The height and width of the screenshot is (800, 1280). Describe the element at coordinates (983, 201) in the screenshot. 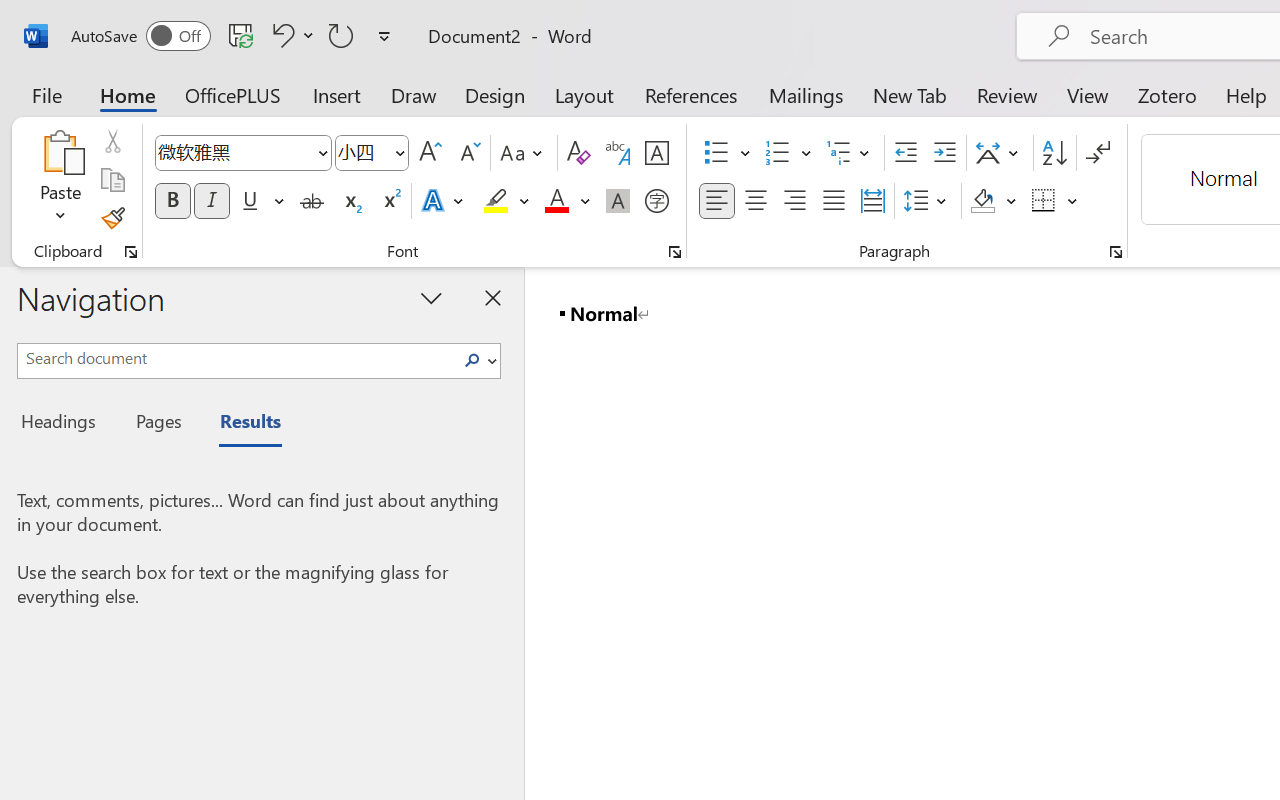

I see `'Shading RGB(0, 0, 0)'` at that location.